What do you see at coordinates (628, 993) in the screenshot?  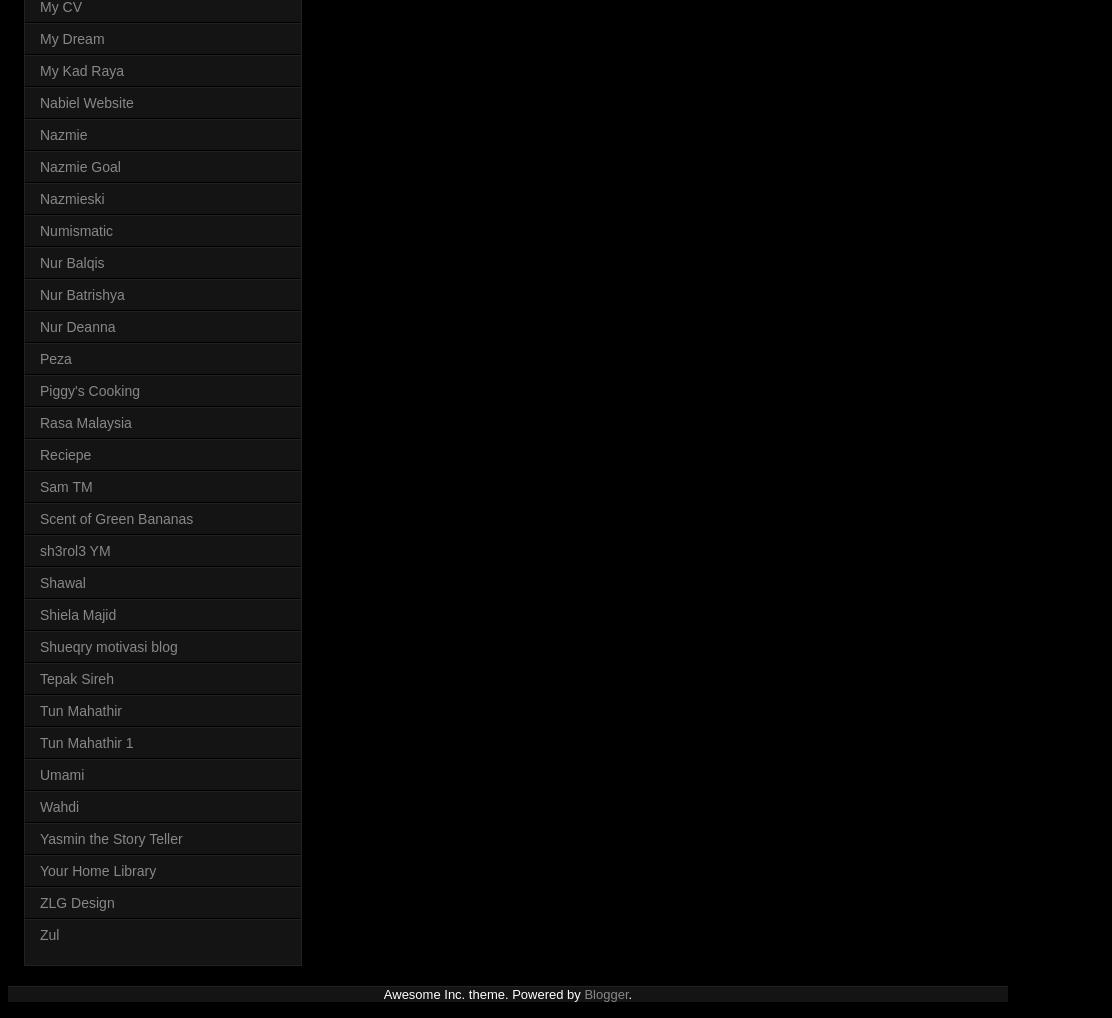 I see `'.'` at bounding box center [628, 993].